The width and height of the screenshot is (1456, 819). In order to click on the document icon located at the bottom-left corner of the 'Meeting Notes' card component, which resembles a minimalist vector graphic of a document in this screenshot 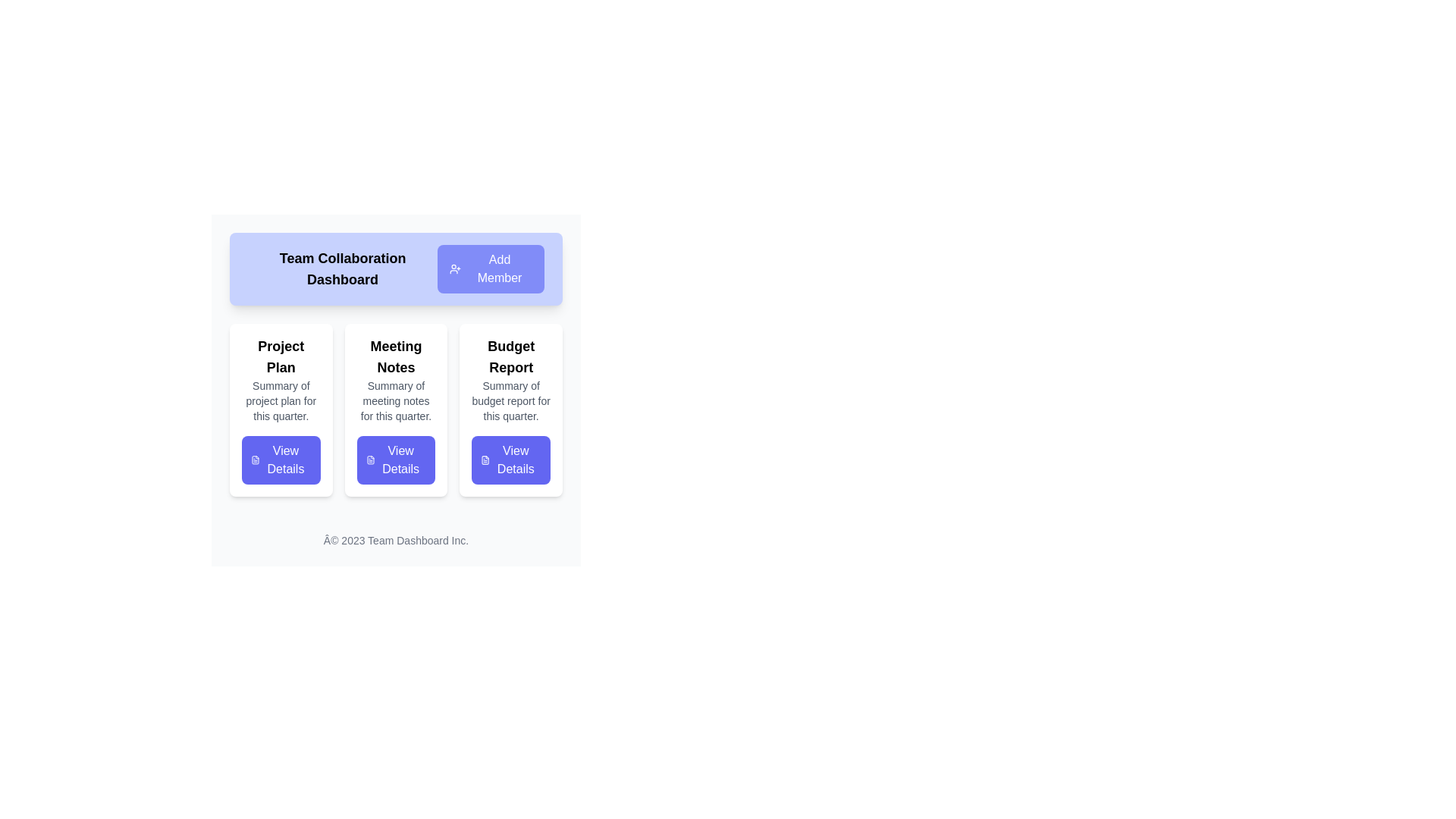, I will do `click(370, 459)`.